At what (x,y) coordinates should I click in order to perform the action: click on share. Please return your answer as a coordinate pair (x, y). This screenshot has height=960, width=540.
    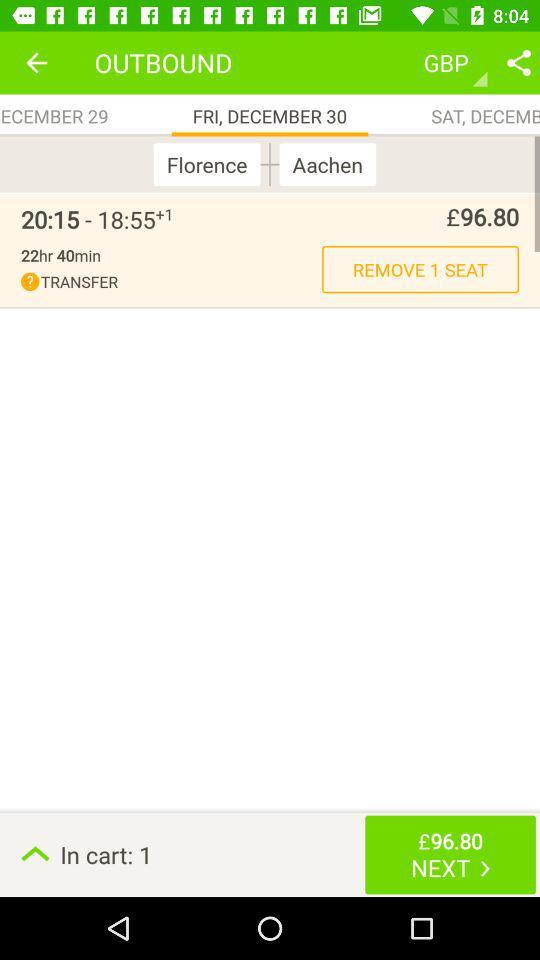
    Looking at the image, I should click on (518, 62).